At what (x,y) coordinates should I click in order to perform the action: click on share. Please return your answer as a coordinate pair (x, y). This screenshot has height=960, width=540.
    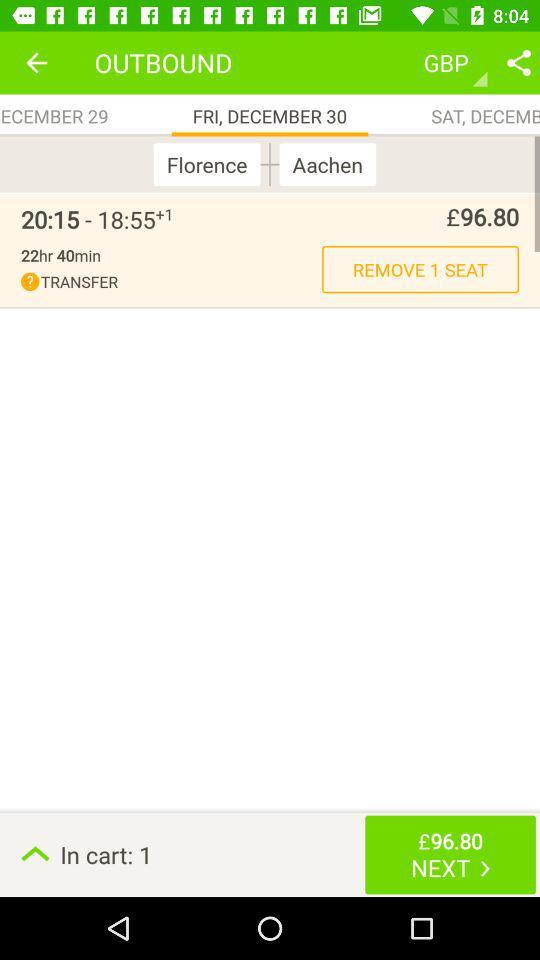
    Looking at the image, I should click on (518, 62).